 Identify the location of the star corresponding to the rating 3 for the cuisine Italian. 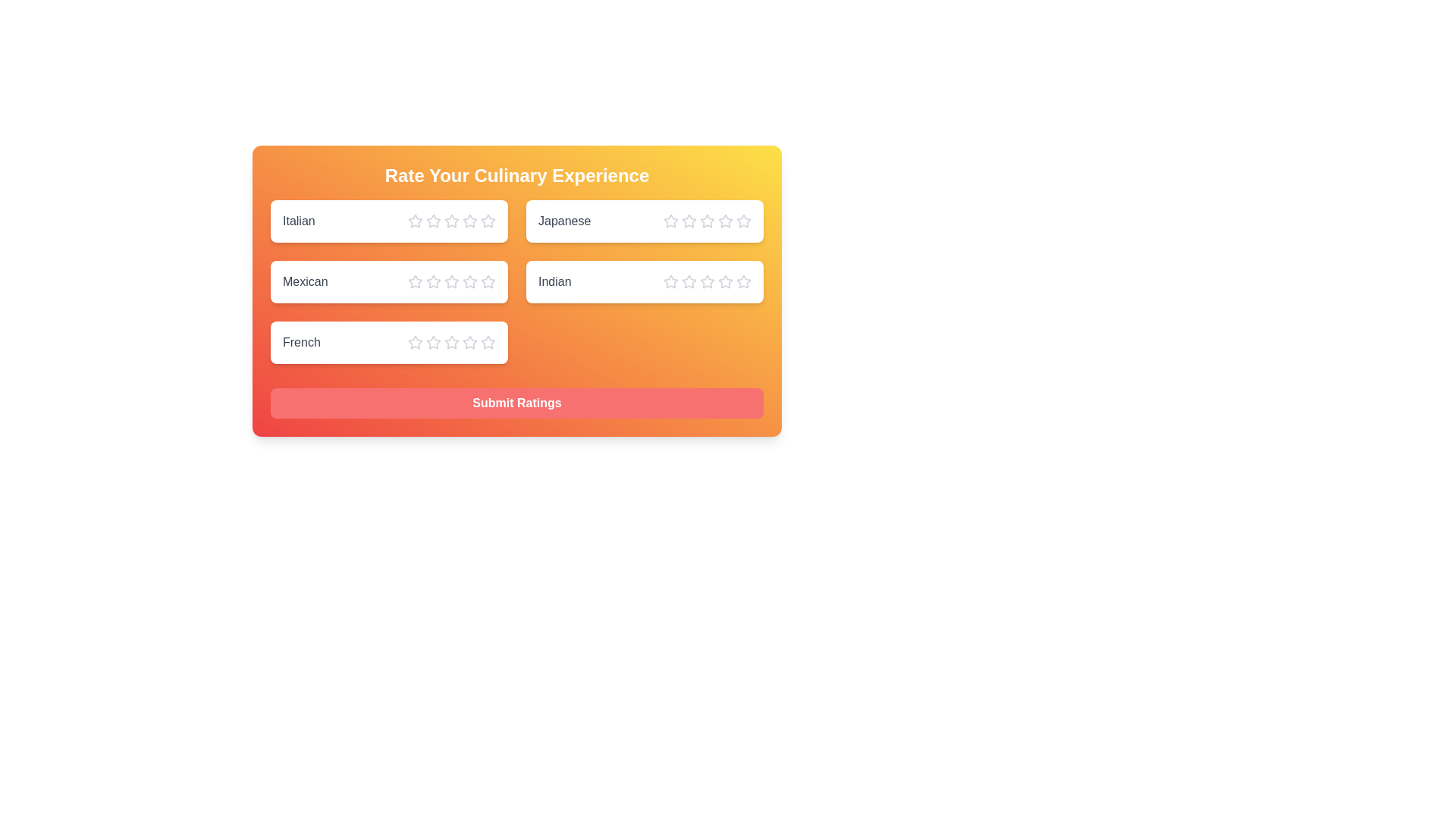
(450, 221).